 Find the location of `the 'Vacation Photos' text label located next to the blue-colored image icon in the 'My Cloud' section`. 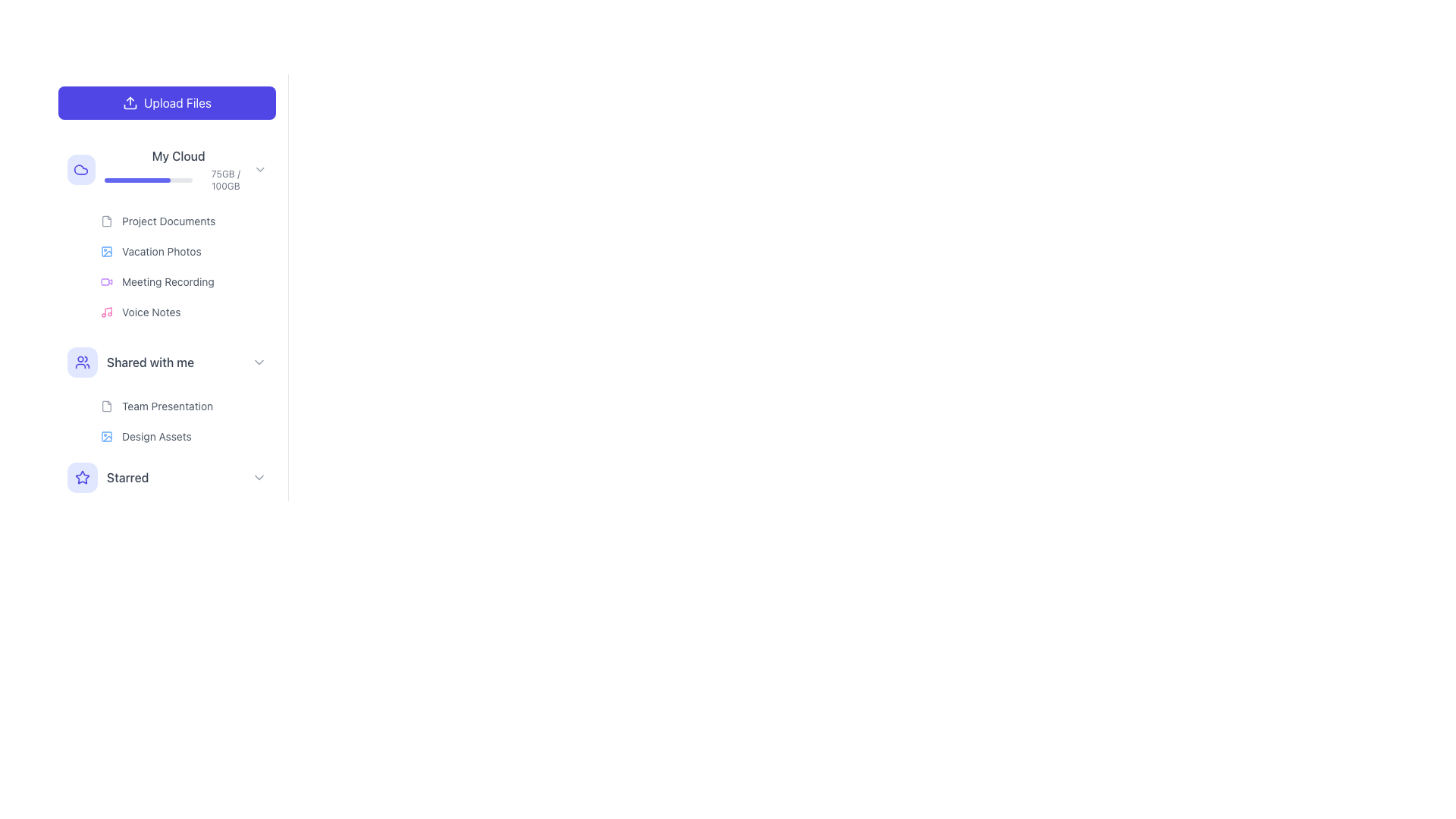

the 'Vacation Photos' text label located next to the blue-colored image icon in the 'My Cloud' section is located at coordinates (151, 250).